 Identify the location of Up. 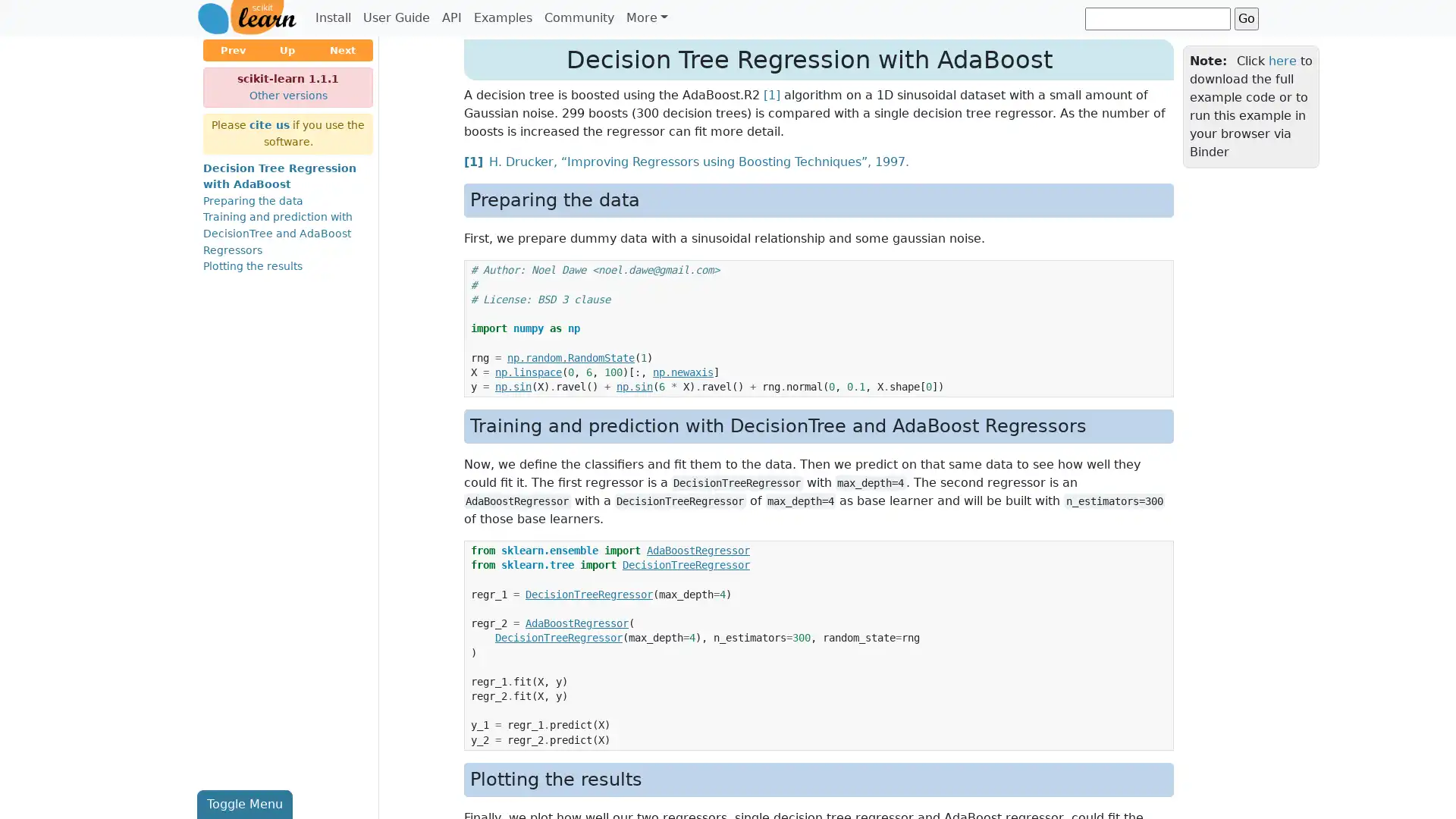
(287, 49).